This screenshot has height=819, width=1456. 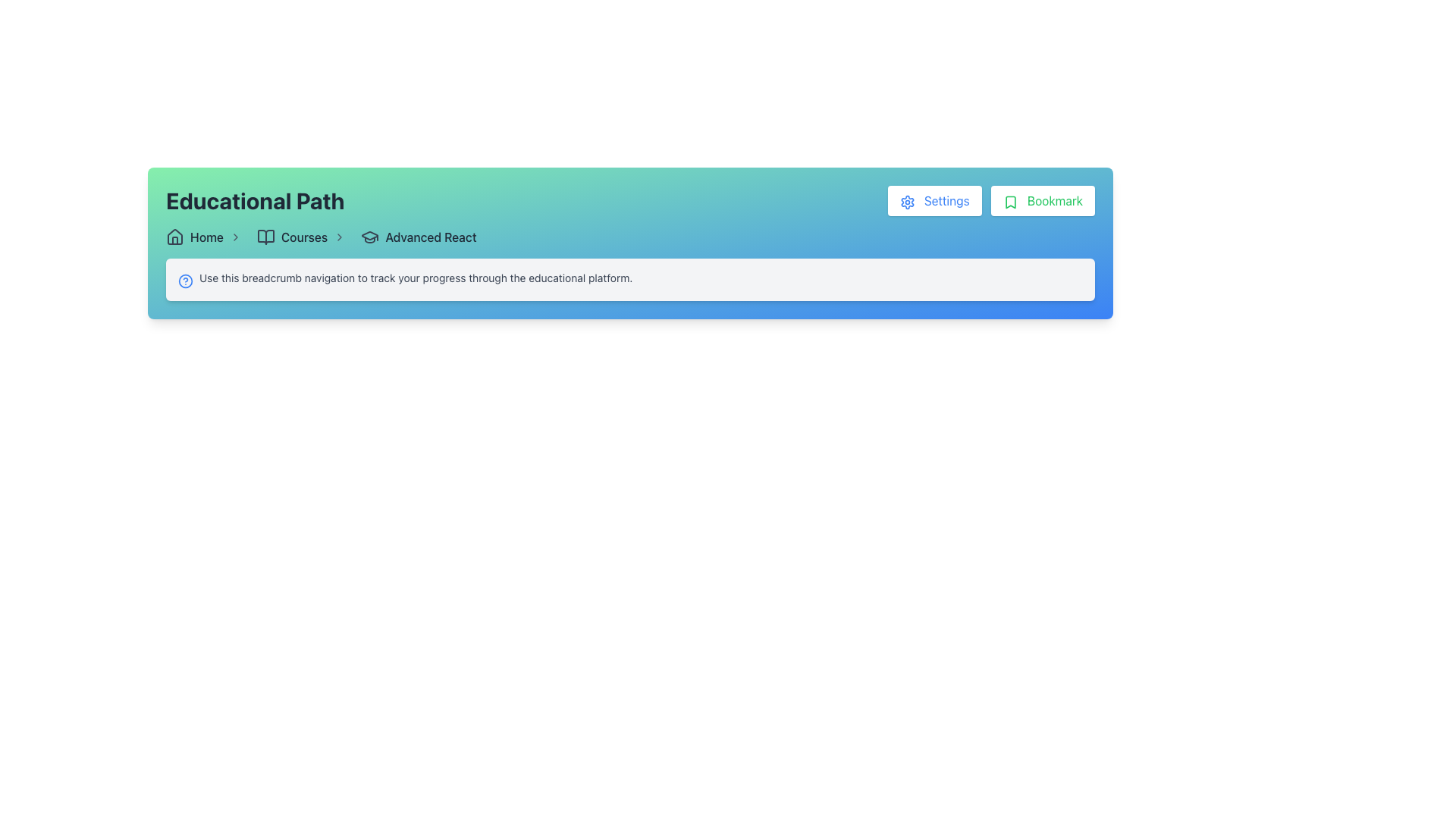 I want to click on the house-shaped icon in the breadcrumb navigation bar, so click(x=174, y=237).